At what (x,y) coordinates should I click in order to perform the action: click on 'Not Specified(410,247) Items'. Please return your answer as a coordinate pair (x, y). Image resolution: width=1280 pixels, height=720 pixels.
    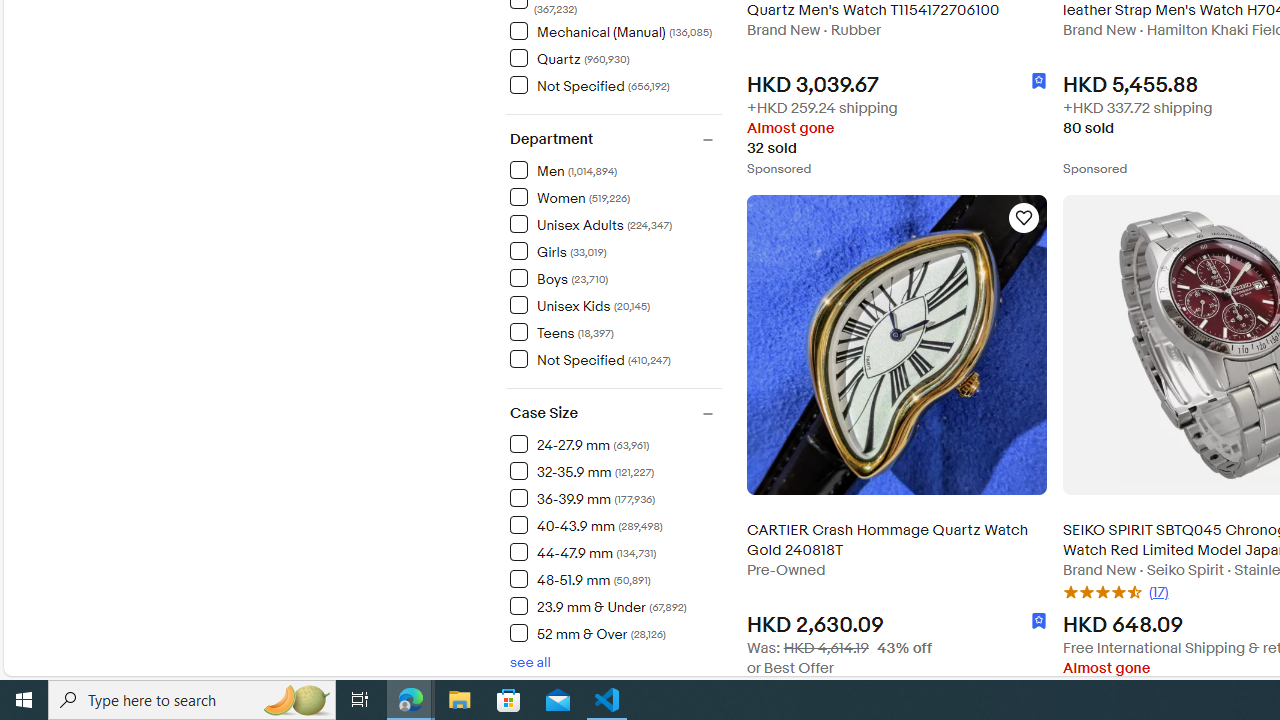
    Looking at the image, I should click on (614, 357).